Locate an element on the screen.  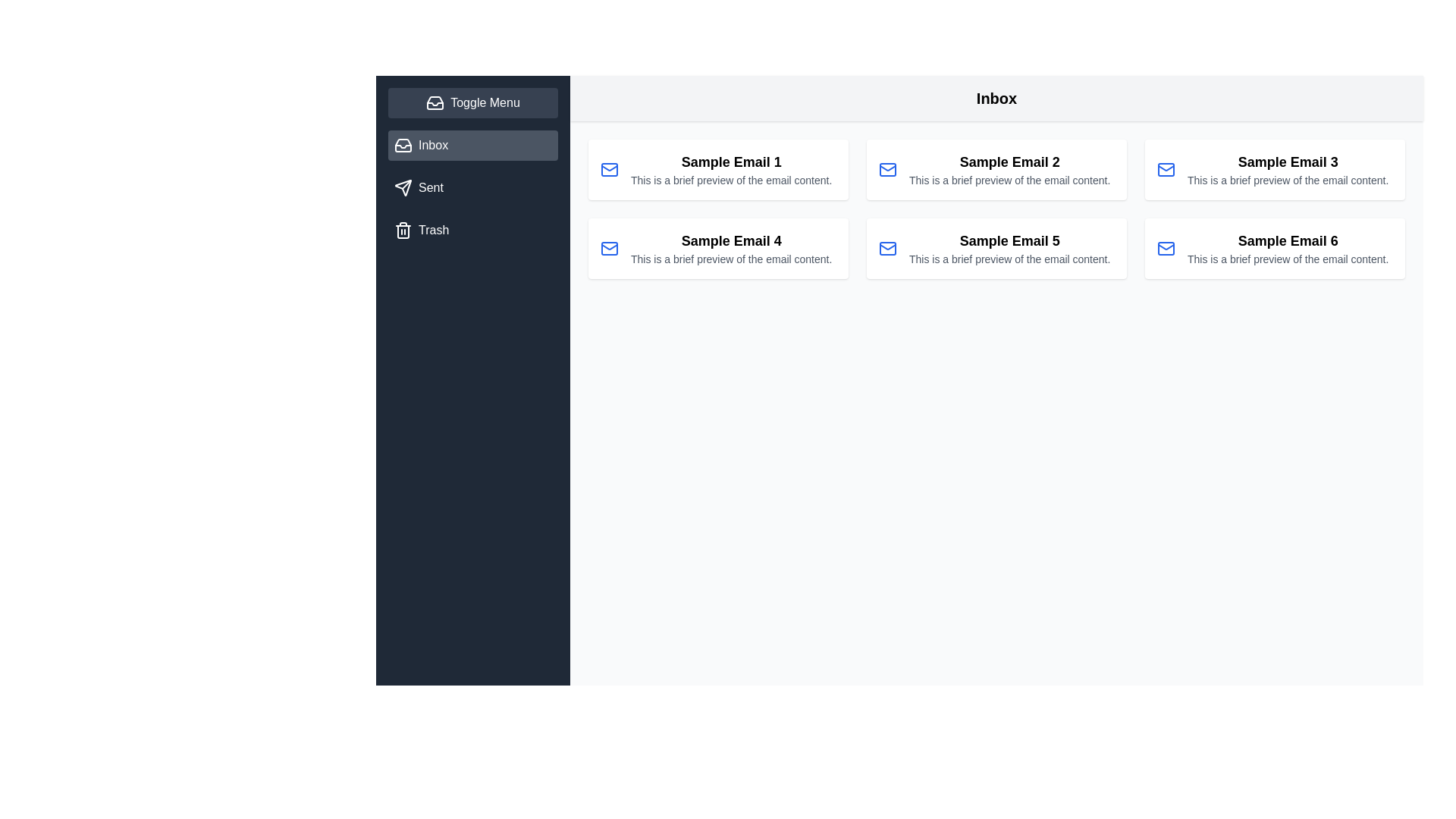
the email message icon located at the top-left corner of the card labeled 'Sample Email 1' is located at coordinates (610, 169).